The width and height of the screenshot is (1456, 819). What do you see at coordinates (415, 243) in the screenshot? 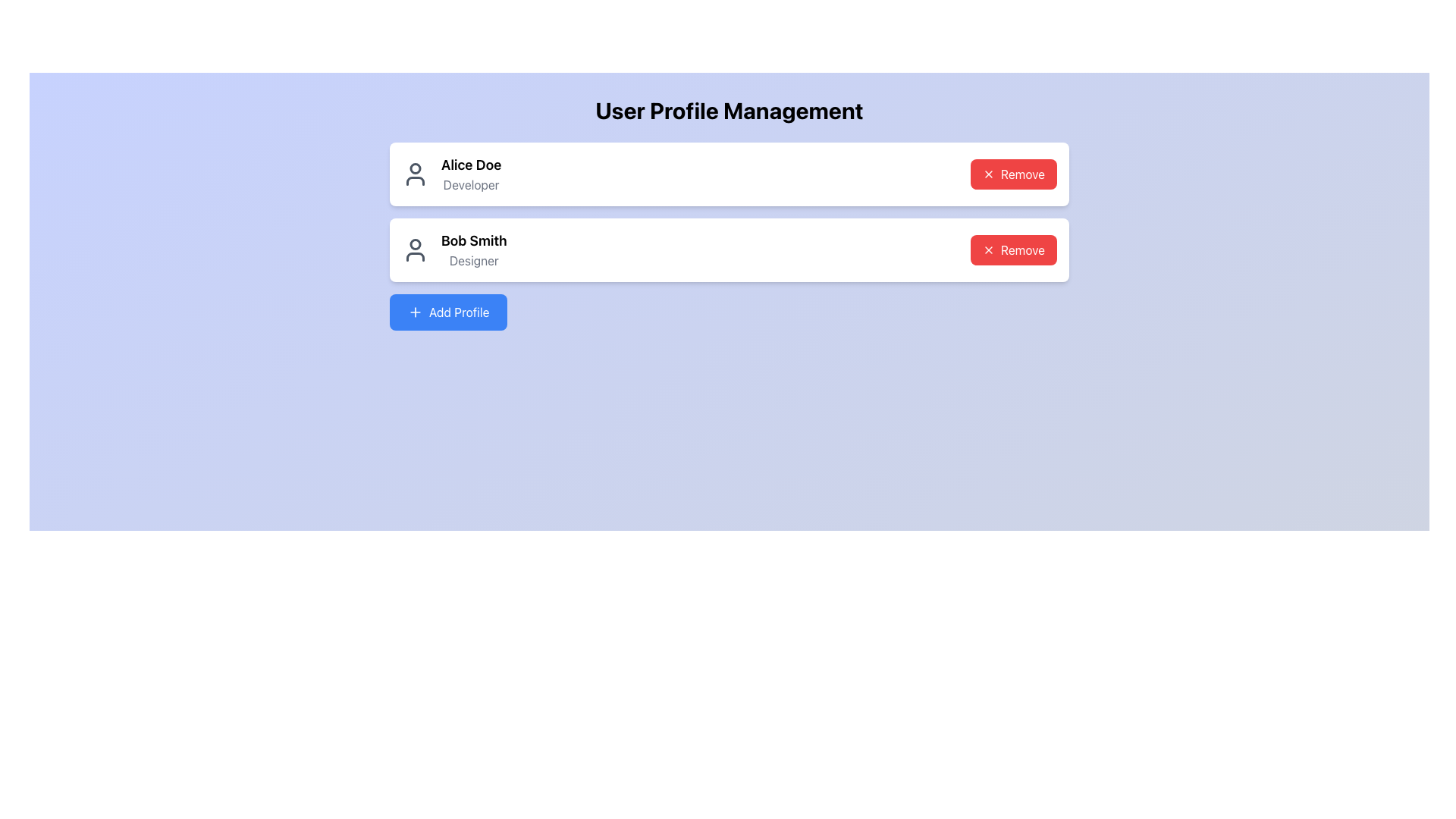
I see `the circular graphical component representing the profile picture of the user named 'Bob Smith' located in the user's profile section` at bounding box center [415, 243].